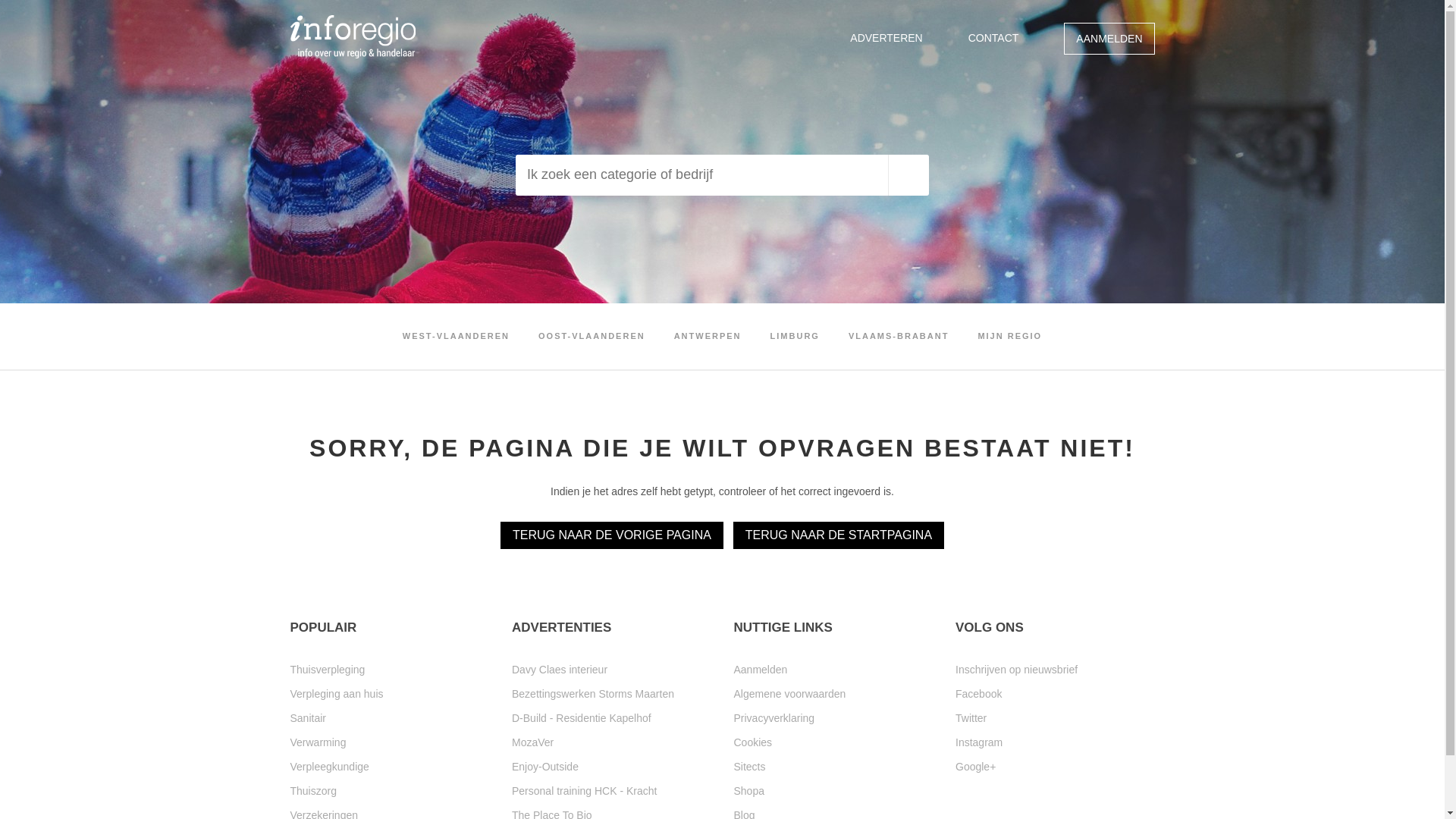  Describe the element at coordinates (1054, 669) in the screenshot. I see `'Inschrijven op nieuwsbrief'` at that location.